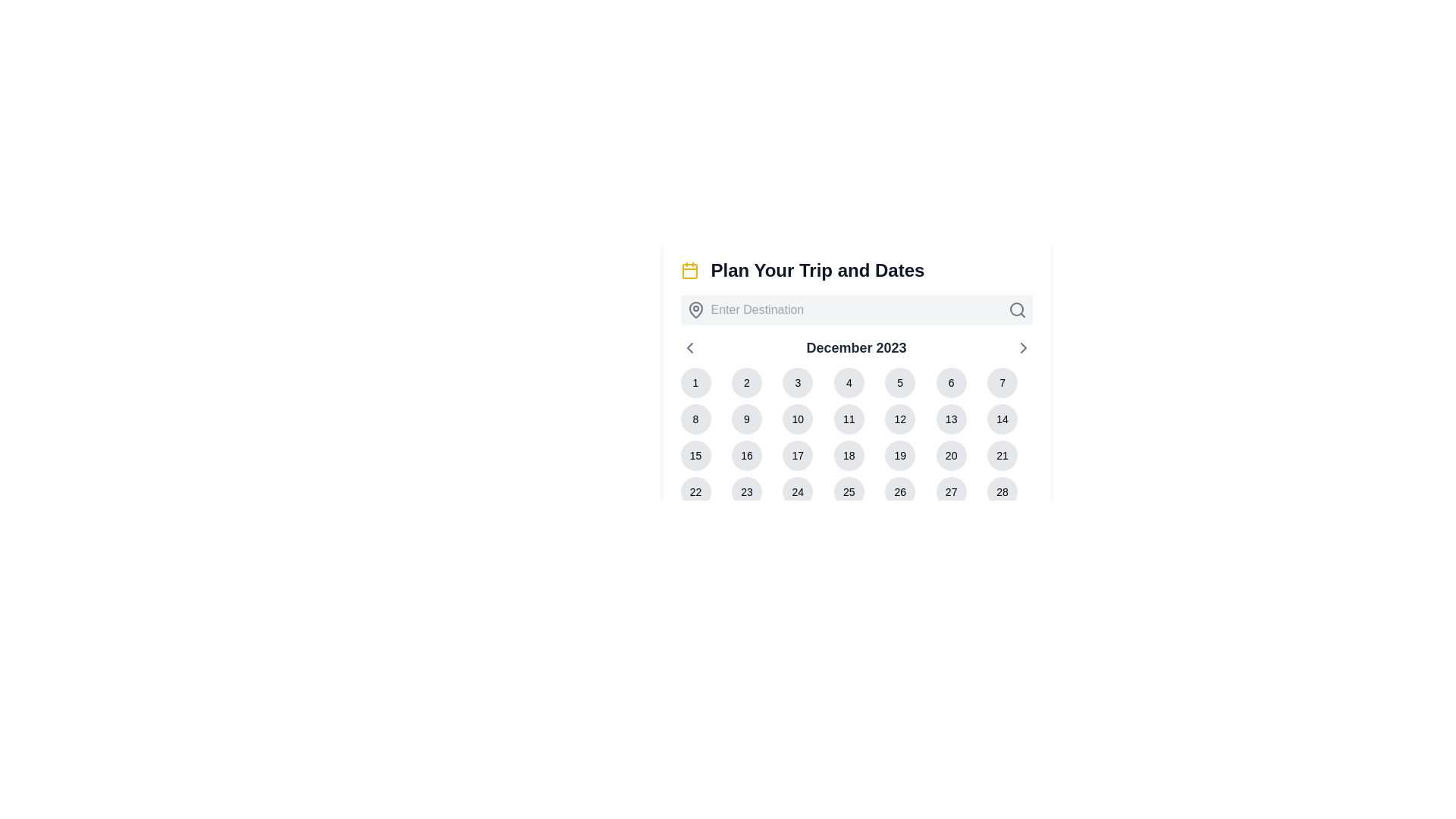 This screenshot has width=1456, height=819. Describe the element at coordinates (695, 382) in the screenshot. I see `the first selectable option button representing the first day in the calendar interface located at the top-left corner of the grid layout` at that location.